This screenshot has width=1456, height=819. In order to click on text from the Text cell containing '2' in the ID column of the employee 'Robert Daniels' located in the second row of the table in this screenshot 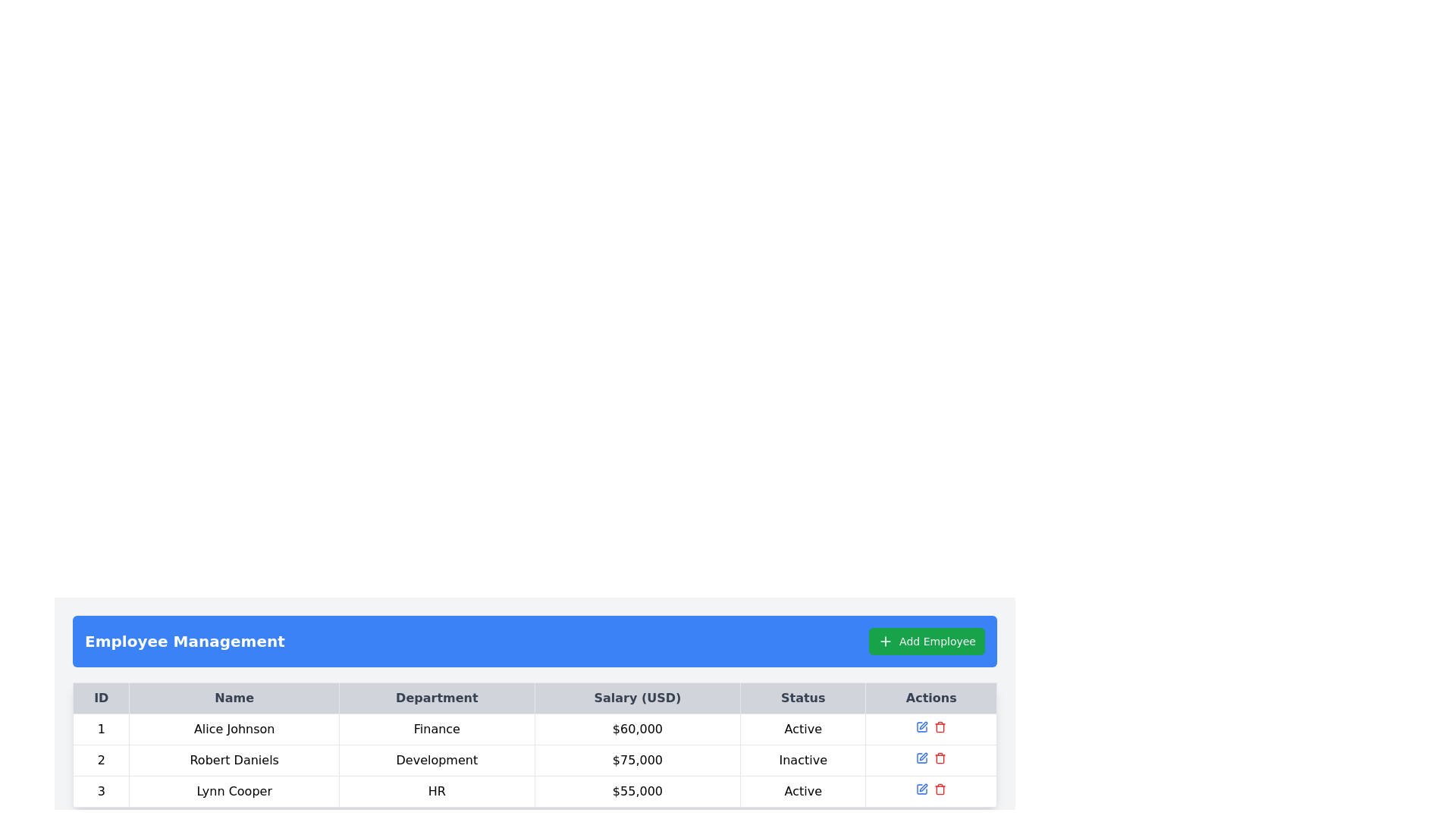, I will do `click(100, 760)`.